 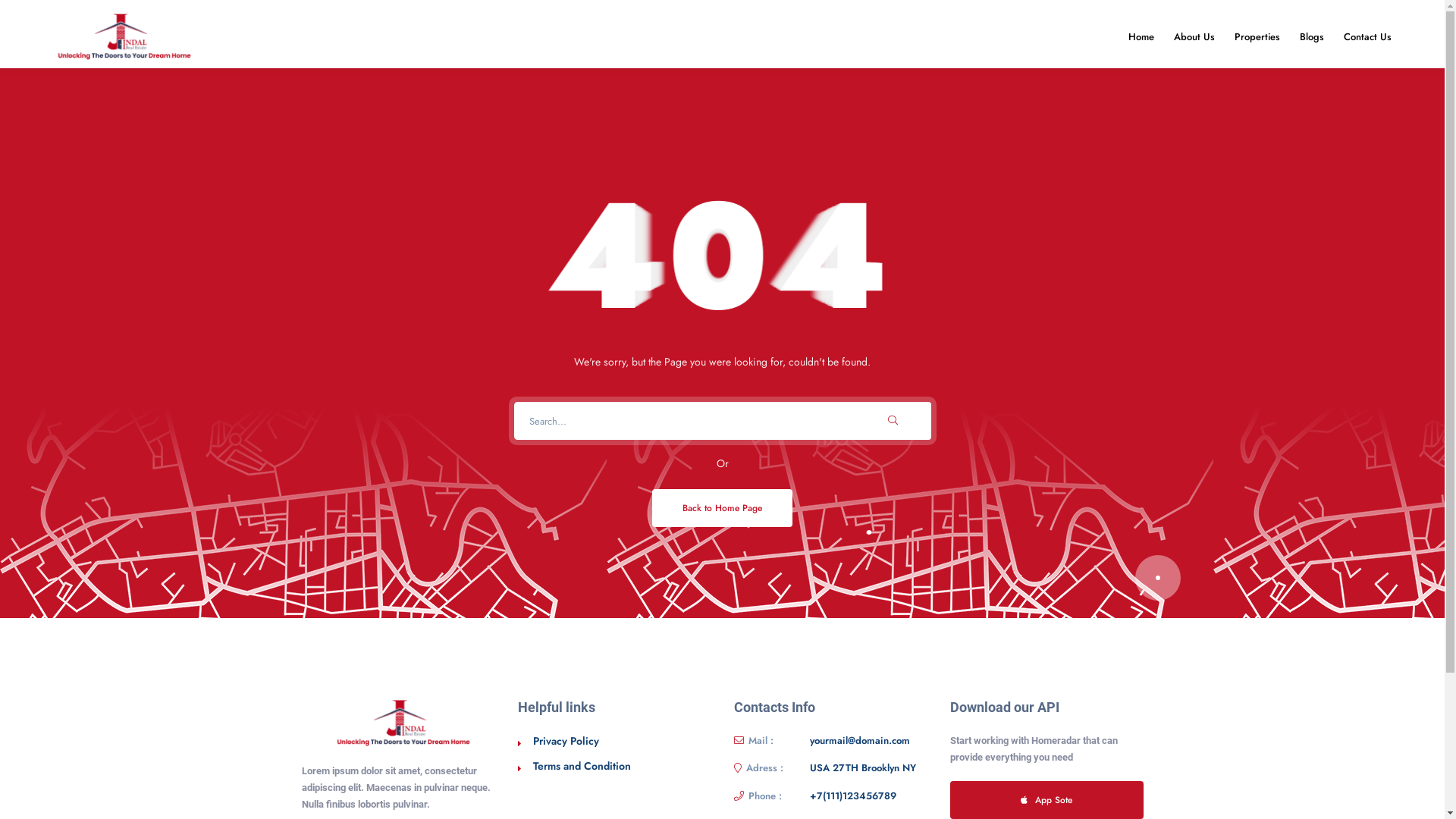 I want to click on 'Contact Us', so click(x=1367, y=36).